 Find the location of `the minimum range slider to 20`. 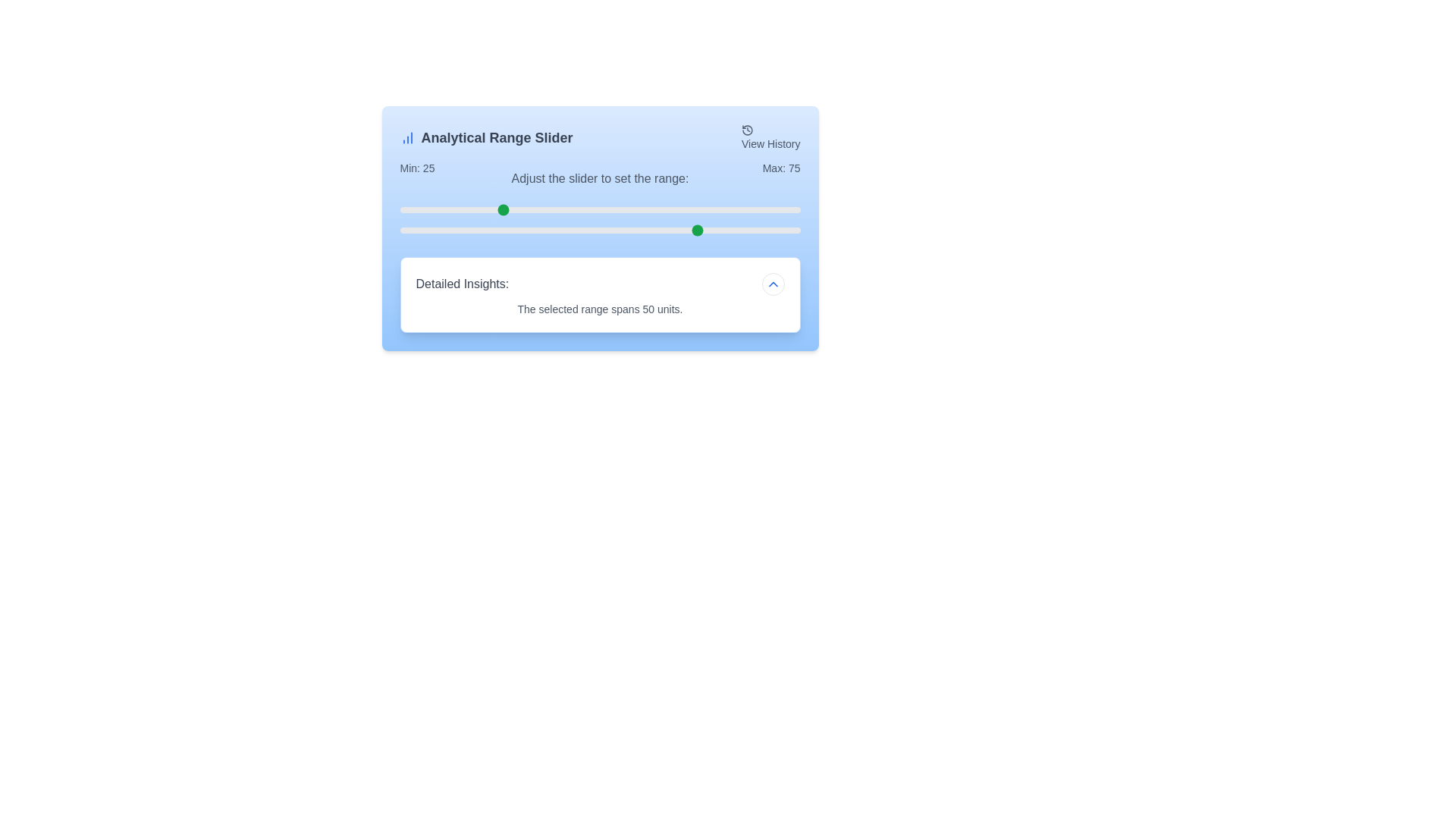

the minimum range slider to 20 is located at coordinates (479, 210).